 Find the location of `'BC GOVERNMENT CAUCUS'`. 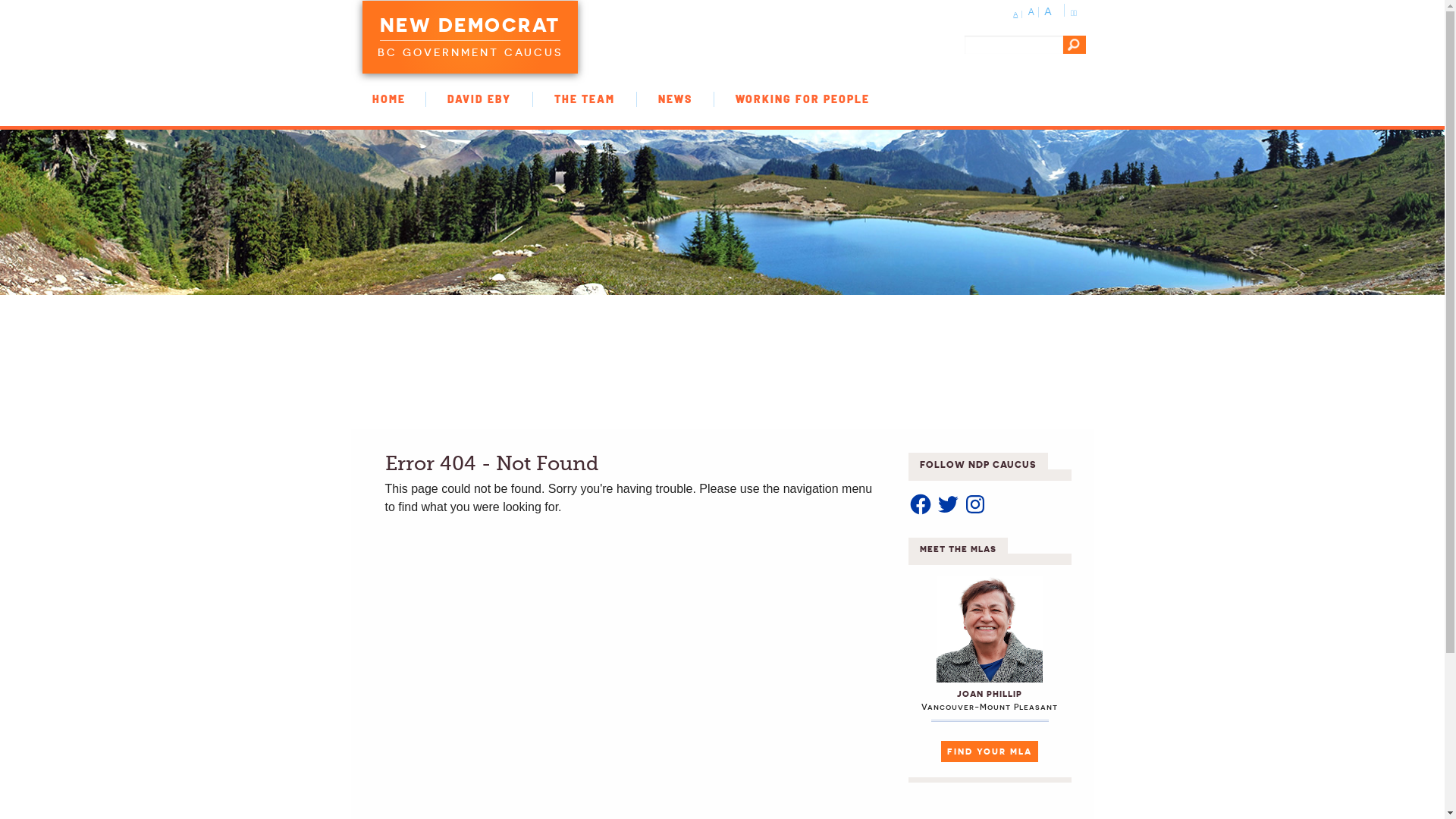

'BC GOVERNMENT CAUCUS' is located at coordinates (469, 49).